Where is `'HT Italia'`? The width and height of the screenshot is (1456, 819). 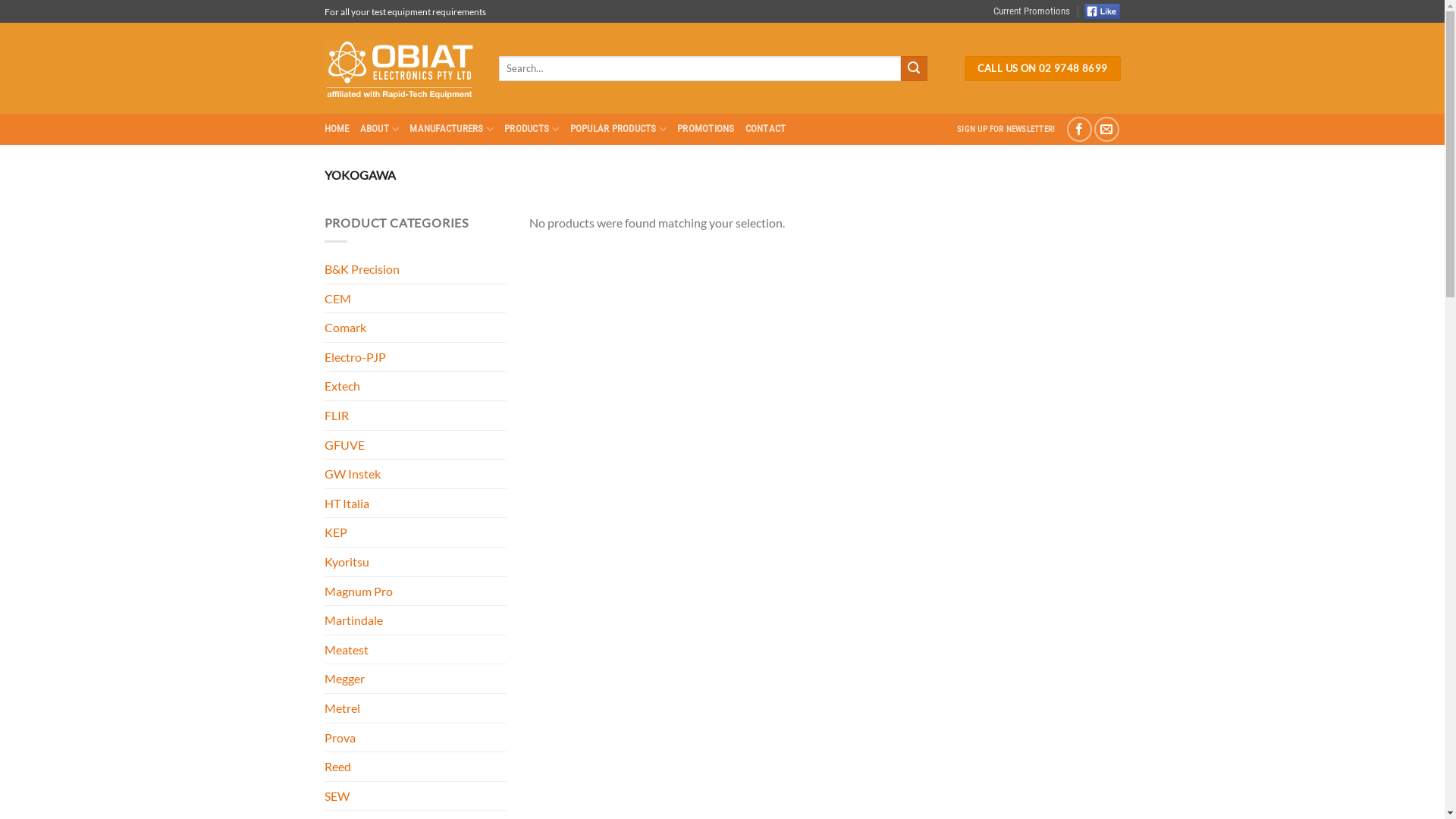 'HT Italia' is located at coordinates (323, 503).